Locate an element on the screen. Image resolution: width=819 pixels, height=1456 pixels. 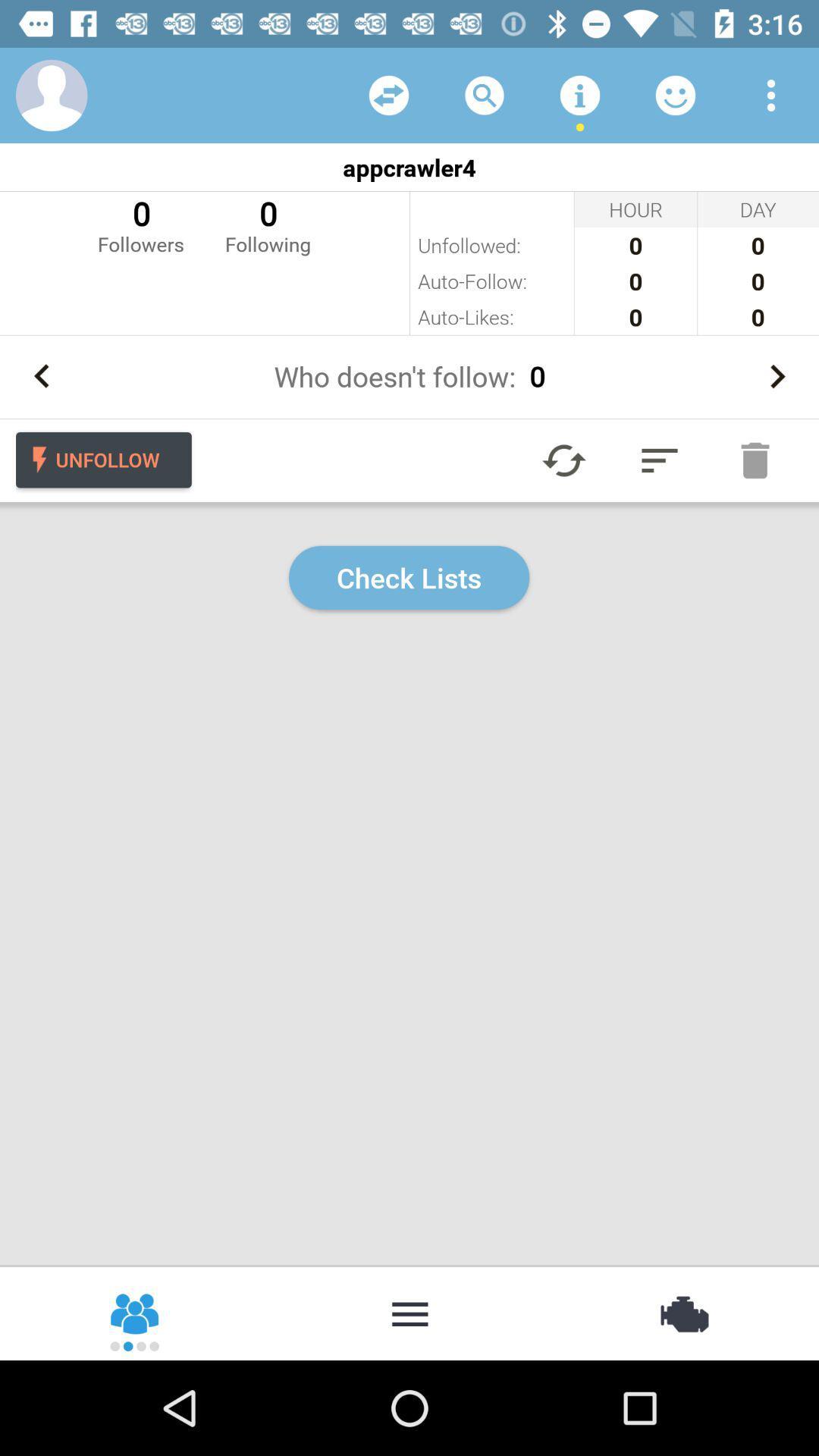
more options is located at coordinates (771, 94).